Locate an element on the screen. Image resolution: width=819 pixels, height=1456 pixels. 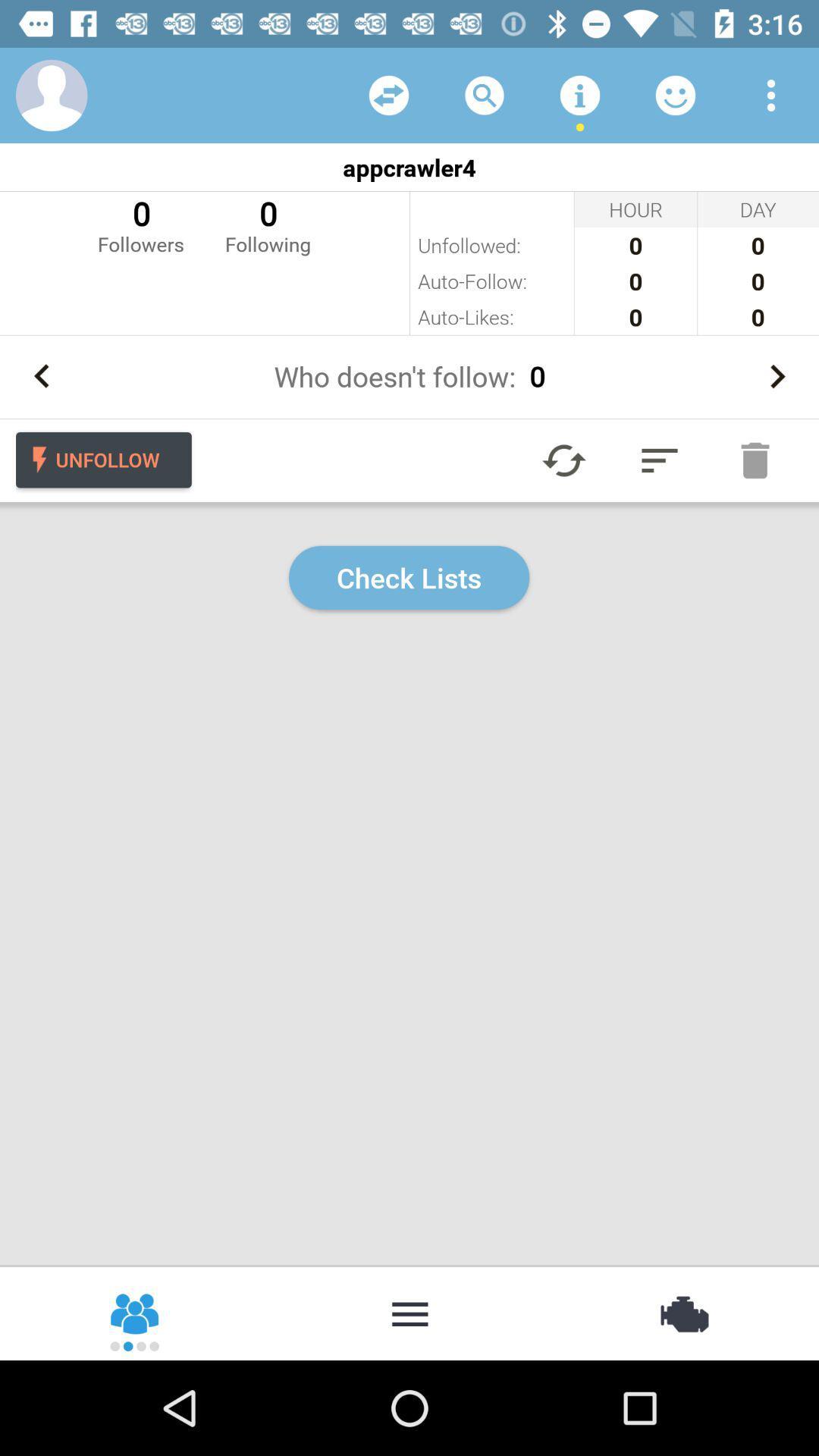
more options is located at coordinates (771, 94).